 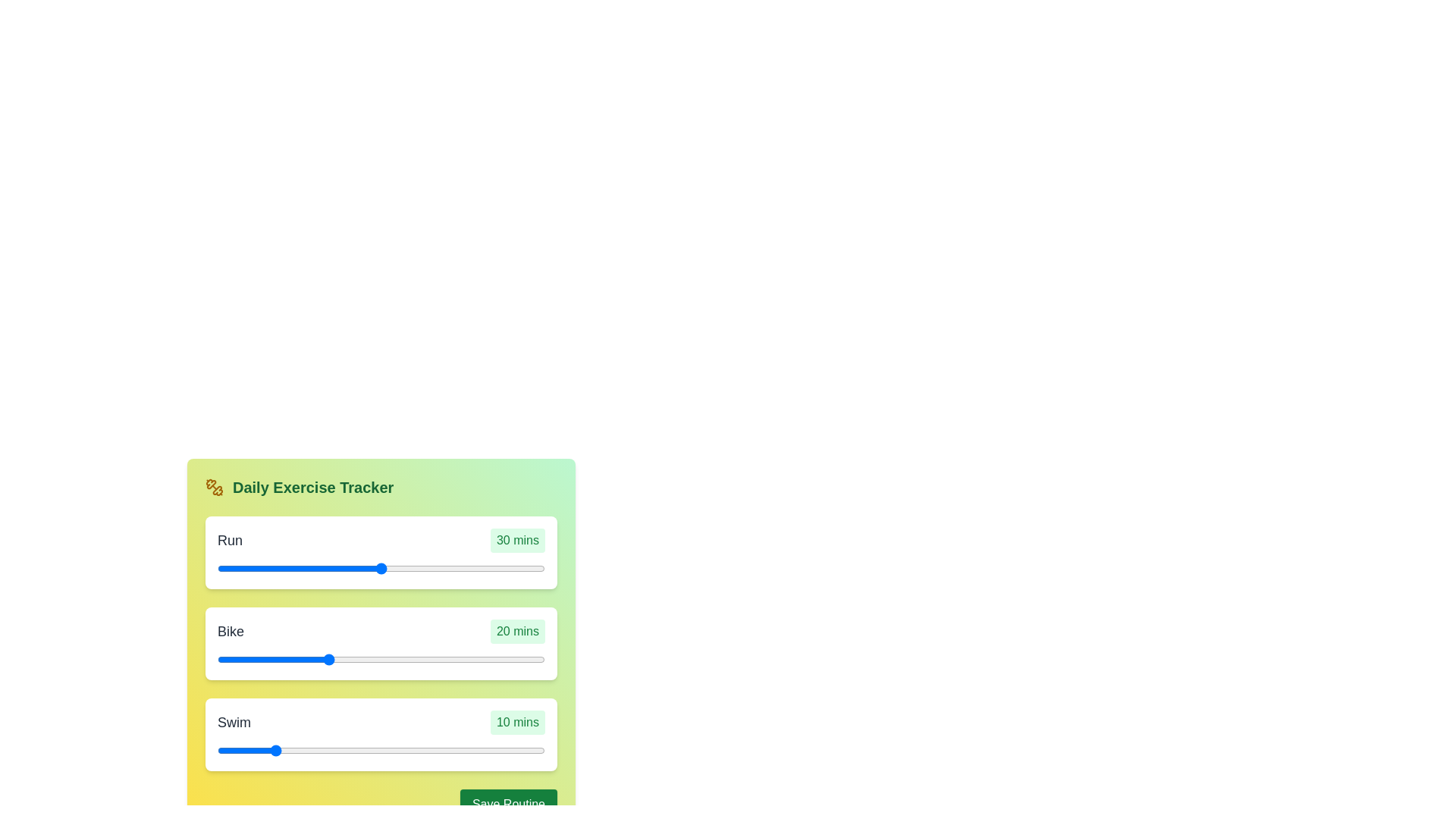 What do you see at coordinates (534, 659) in the screenshot?
I see `the duration of the 1 slider to 56 minutes` at bounding box center [534, 659].